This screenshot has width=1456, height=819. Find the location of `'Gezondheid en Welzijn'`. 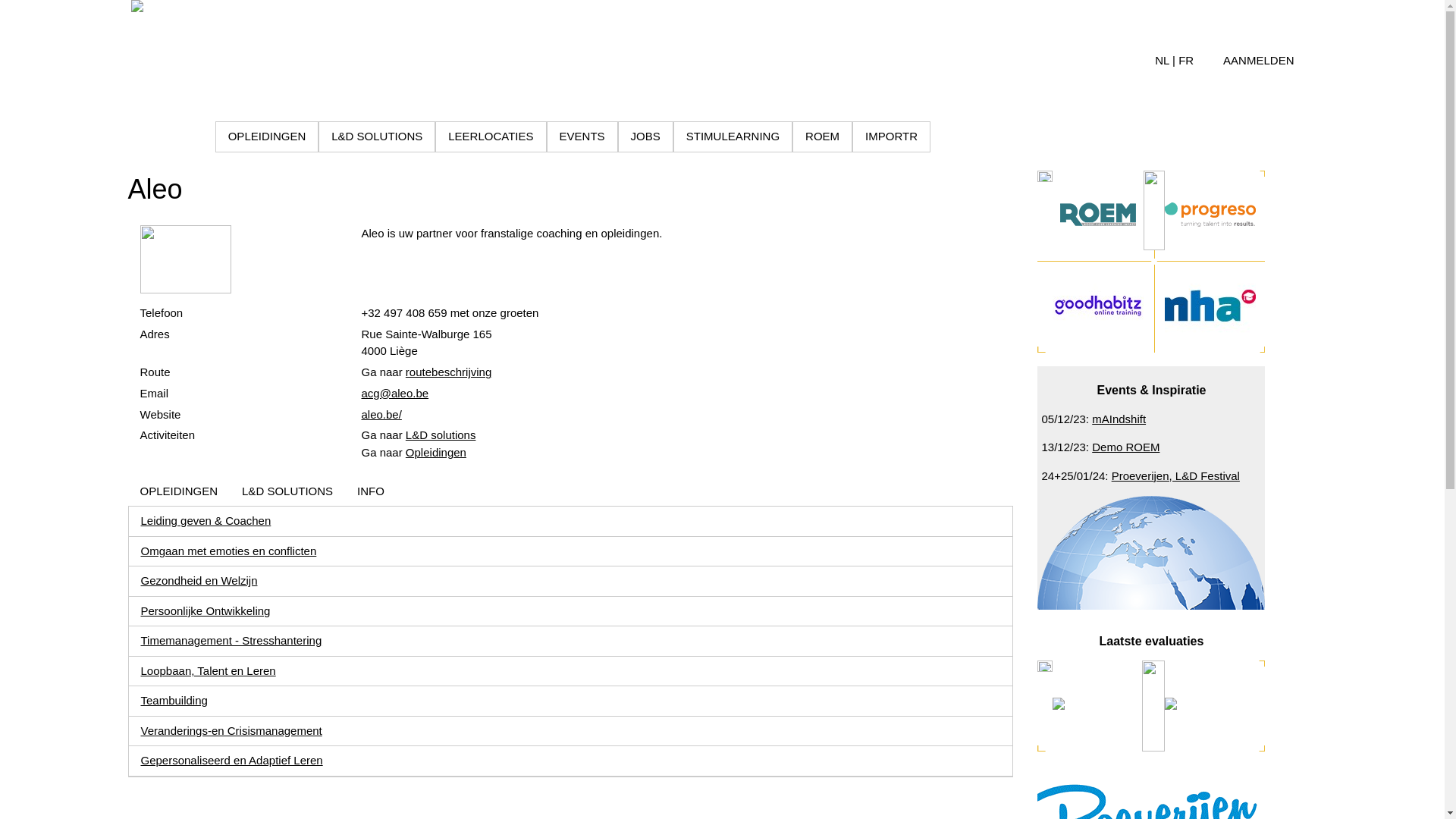

'Gezondheid en Welzijn' is located at coordinates (199, 580).